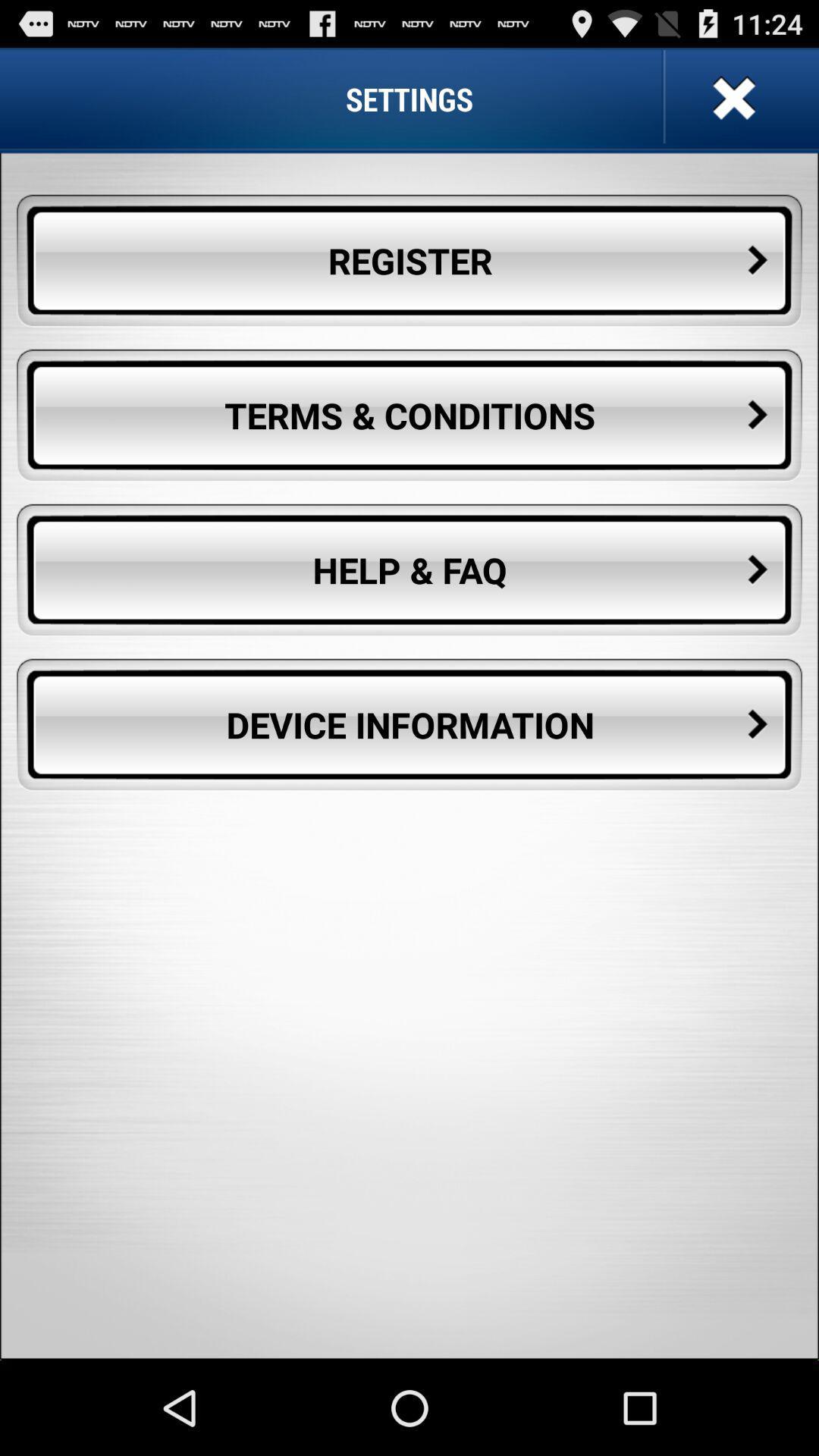  Describe the element at coordinates (409, 570) in the screenshot. I see `item above the device information button` at that location.